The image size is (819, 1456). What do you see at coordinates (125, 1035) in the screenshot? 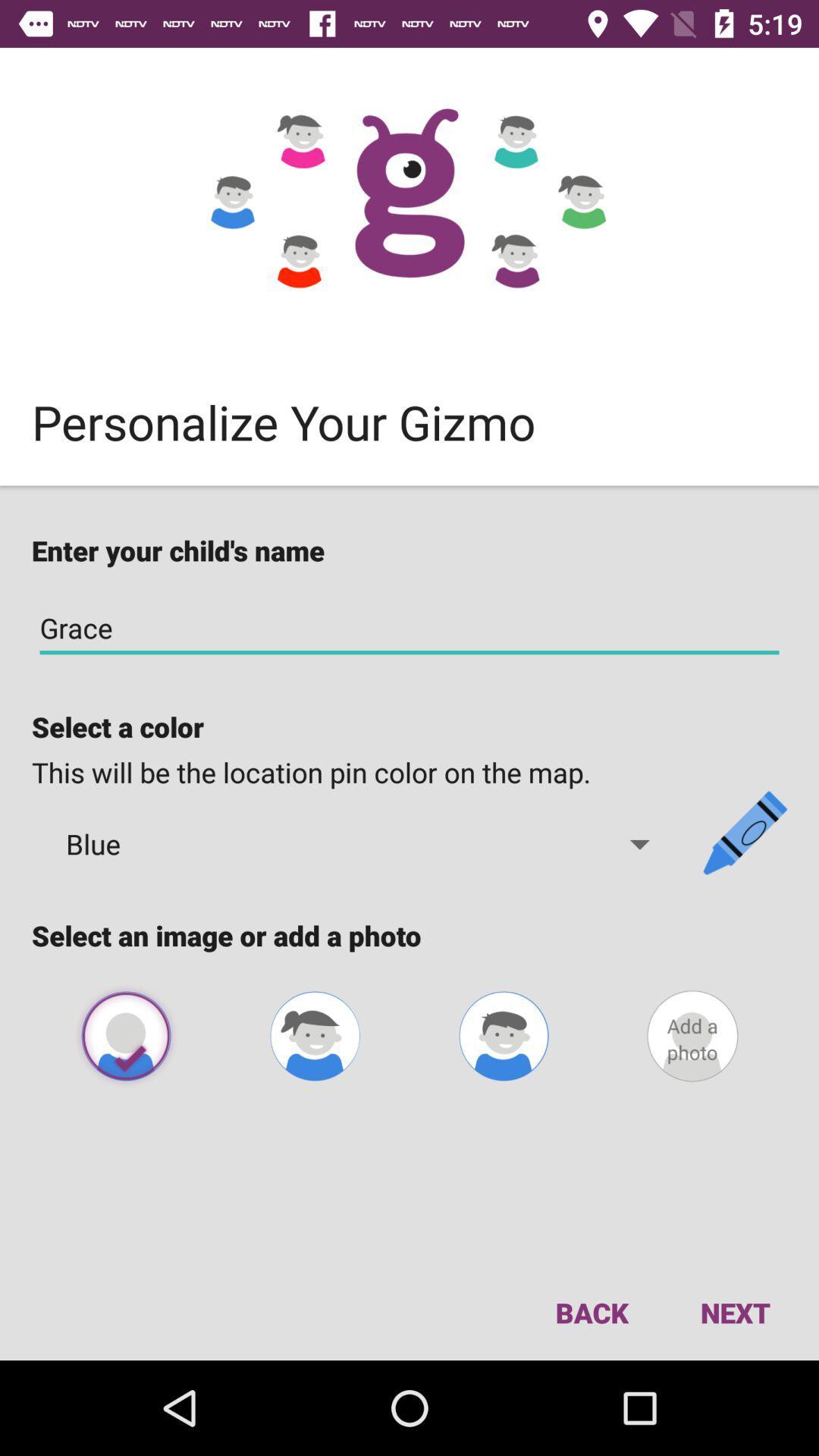
I see `the avatar icon` at bounding box center [125, 1035].